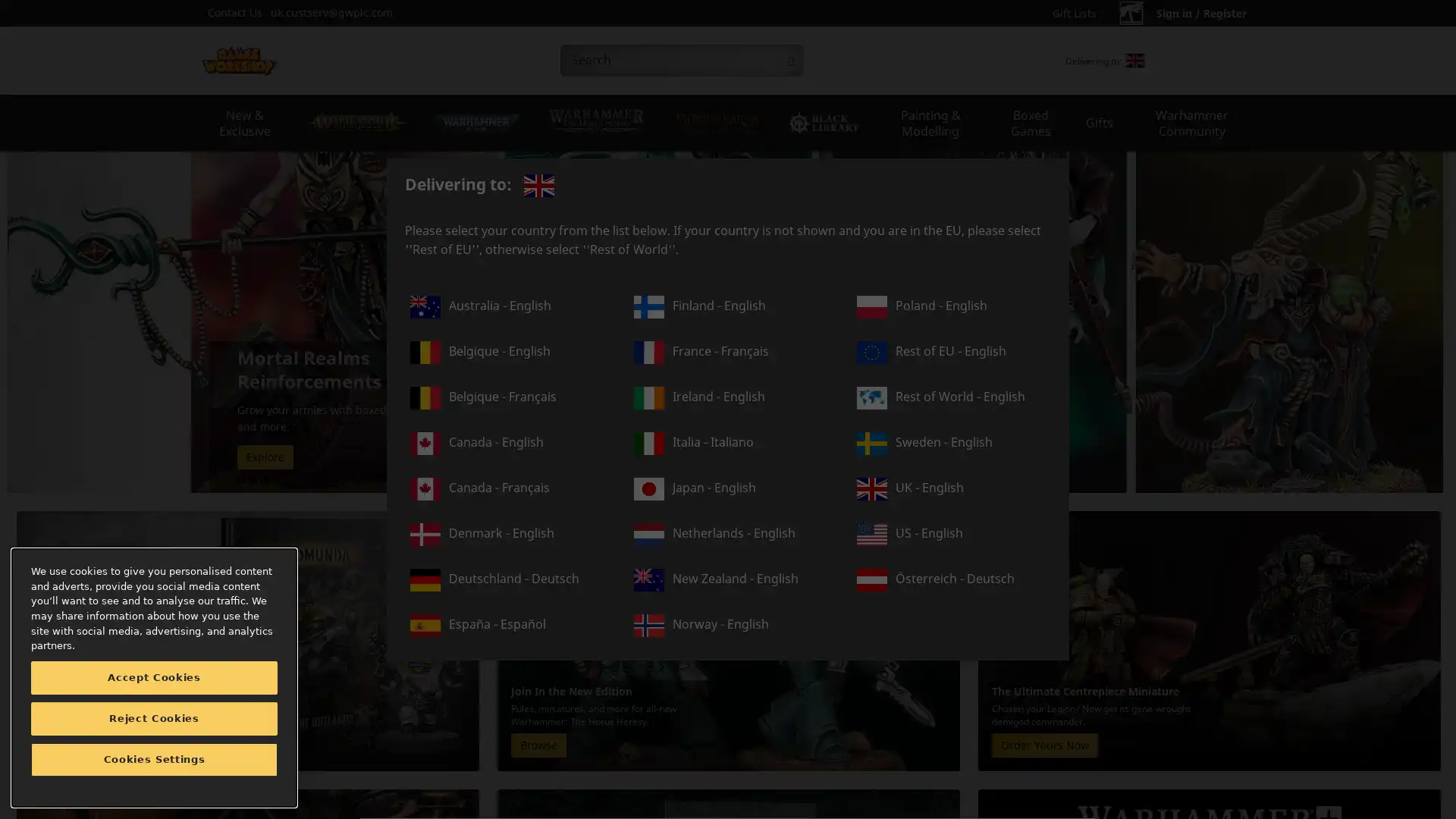 Image resolution: width=1456 pixels, height=819 pixels. I want to click on Accept Cookies, so click(154, 677).